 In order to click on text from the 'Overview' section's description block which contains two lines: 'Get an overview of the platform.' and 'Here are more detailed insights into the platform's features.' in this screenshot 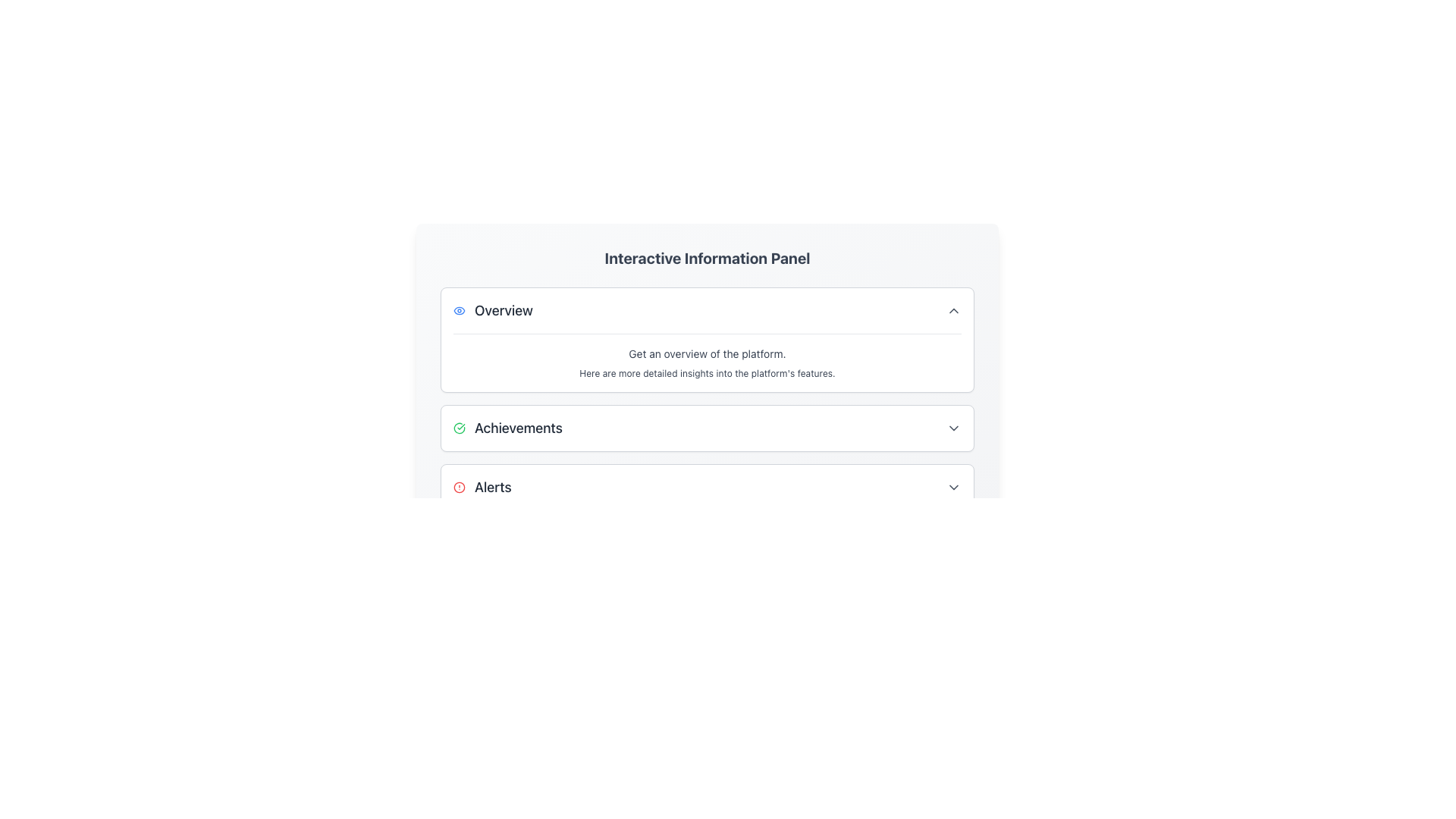, I will do `click(706, 356)`.